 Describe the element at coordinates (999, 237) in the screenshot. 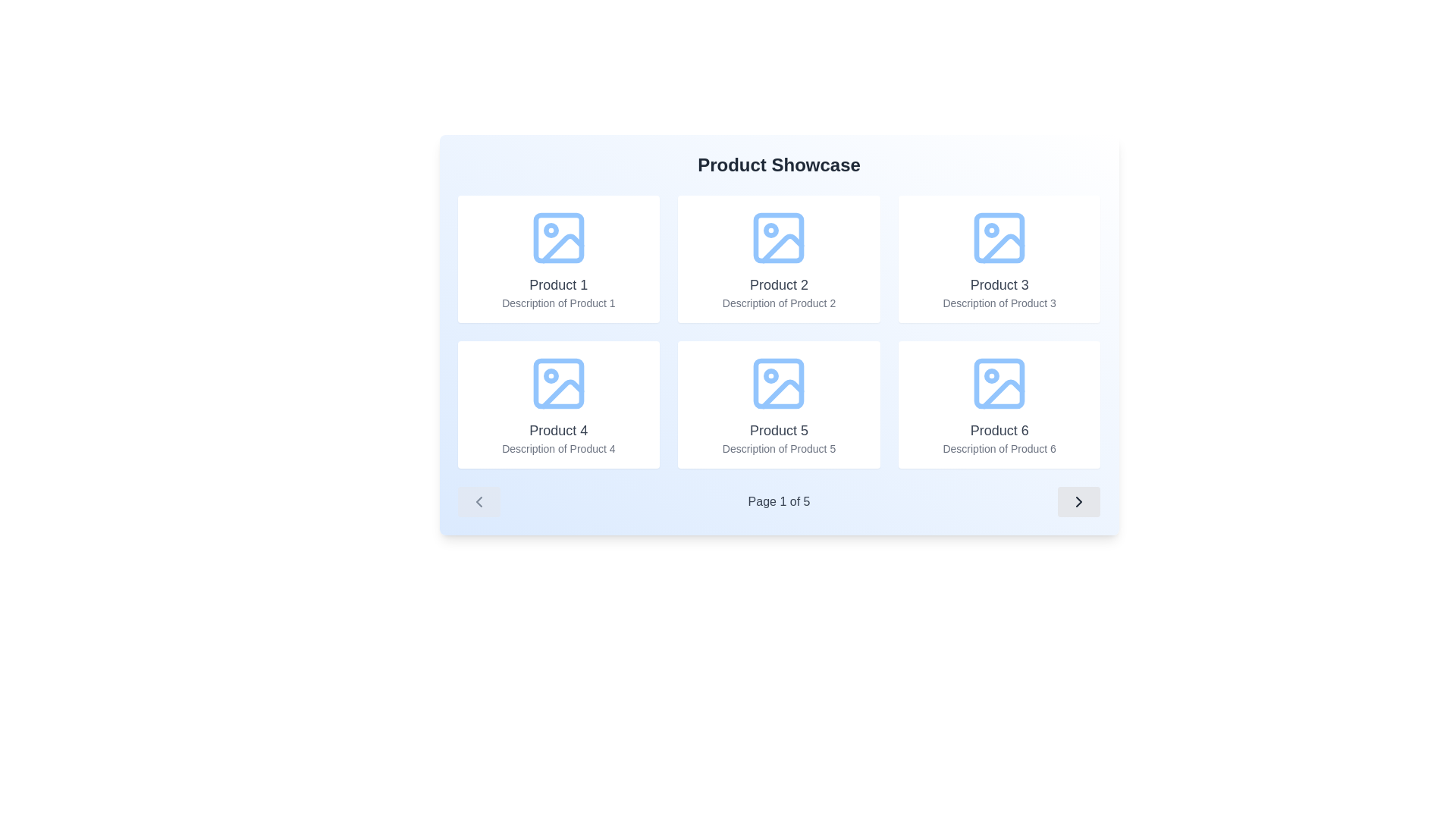

I see `the decorative image icon for 'Product 3' located in the third position of the top row in the 'Product Showcase' grid` at that location.